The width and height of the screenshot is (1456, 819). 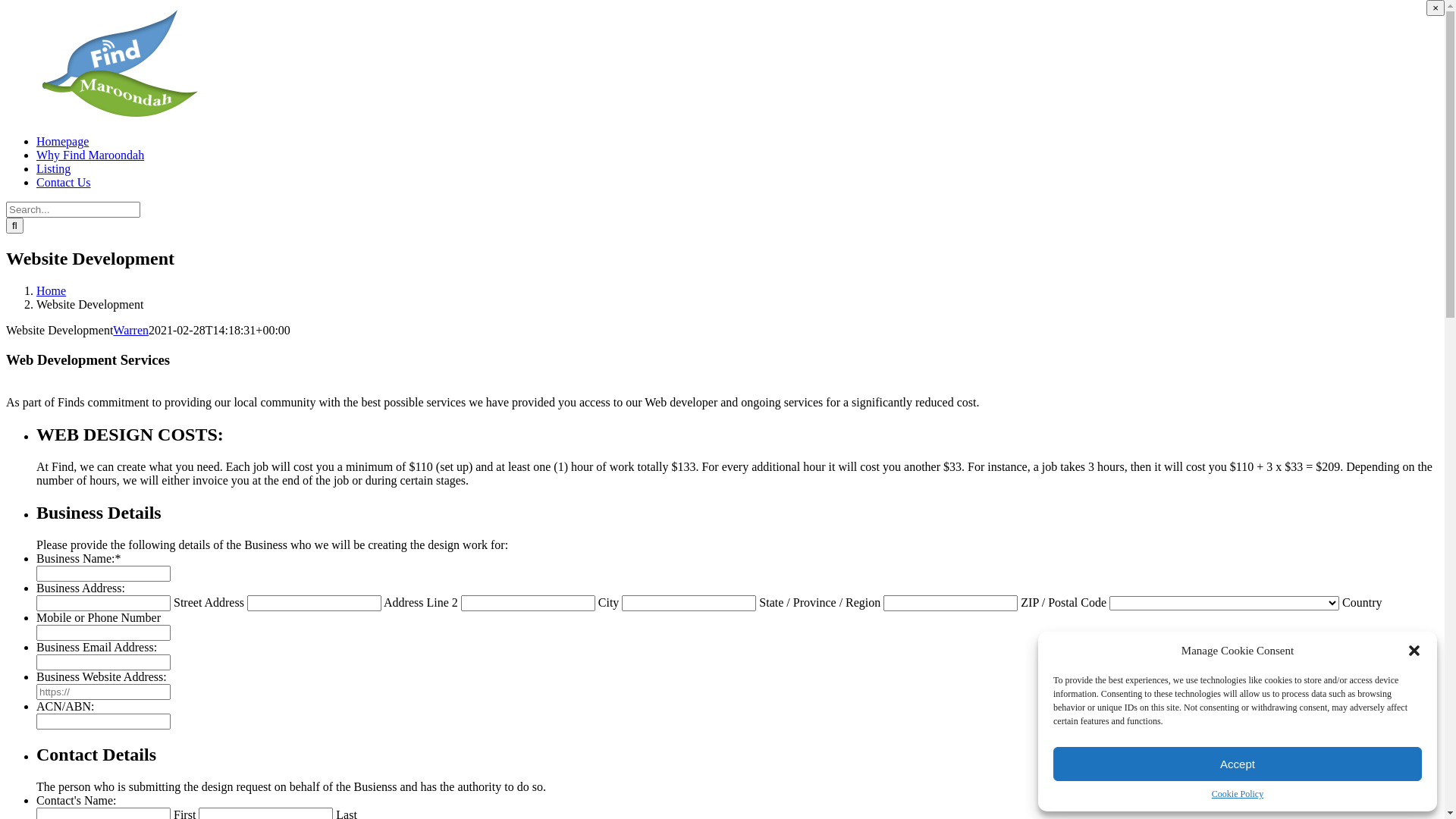 What do you see at coordinates (36, 155) in the screenshot?
I see `'Why Find Maroondah'` at bounding box center [36, 155].